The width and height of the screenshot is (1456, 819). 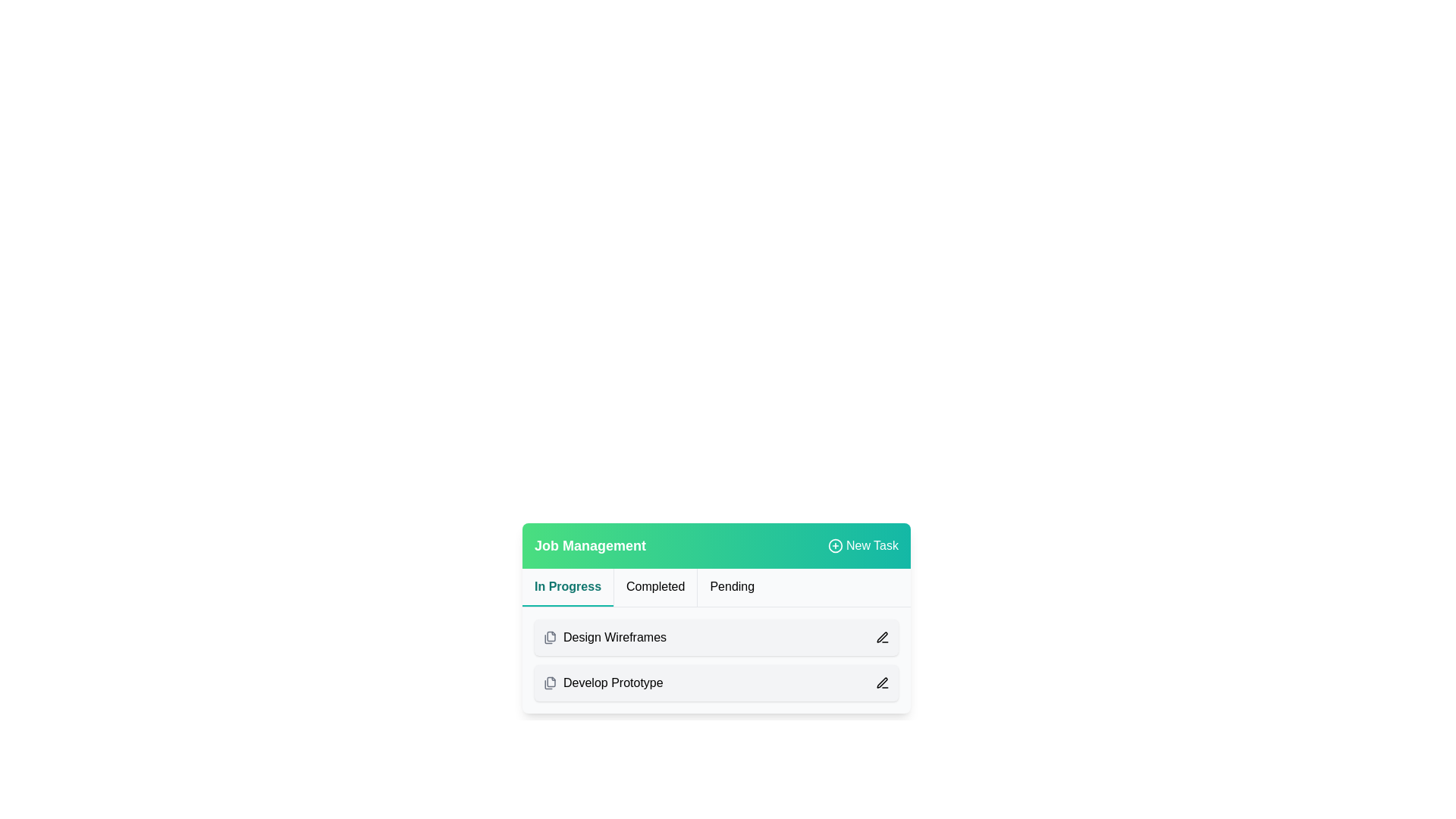 What do you see at coordinates (655, 587) in the screenshot?
I see `the 'Completed' navigation tab button` at bounding box center [655, 587].